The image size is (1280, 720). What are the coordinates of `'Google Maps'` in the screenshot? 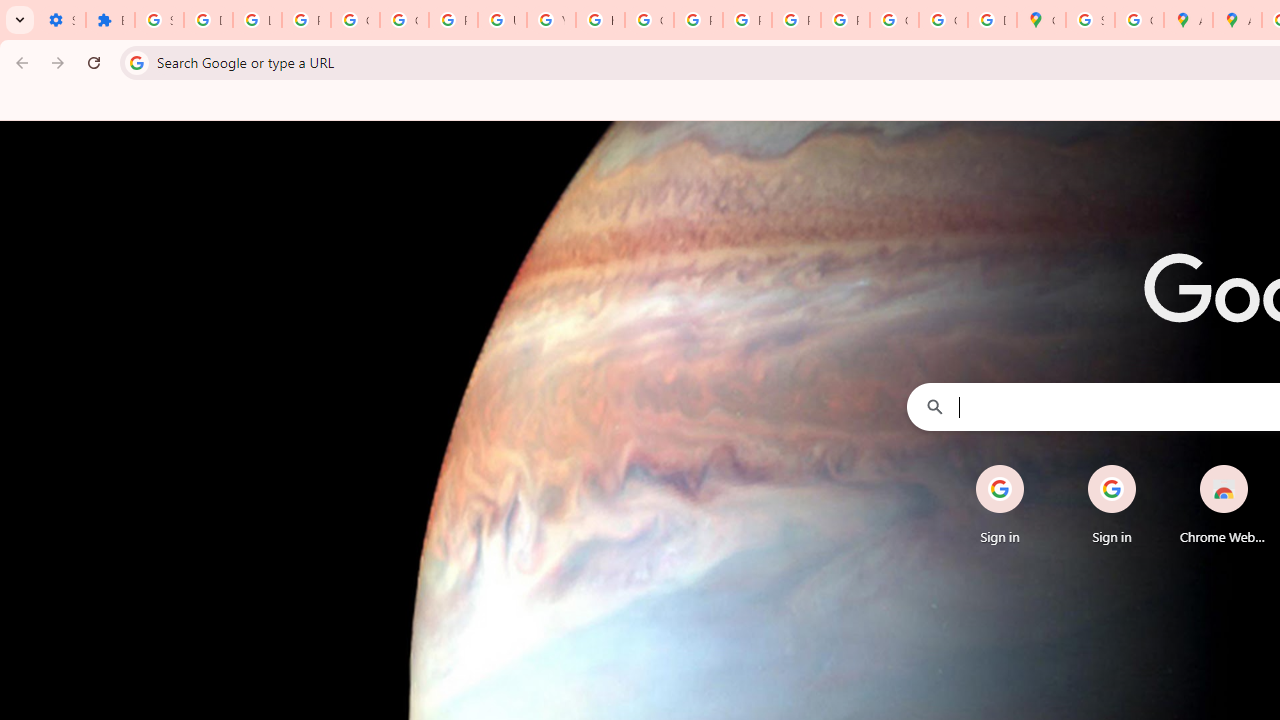 It's located at (1040, 20).